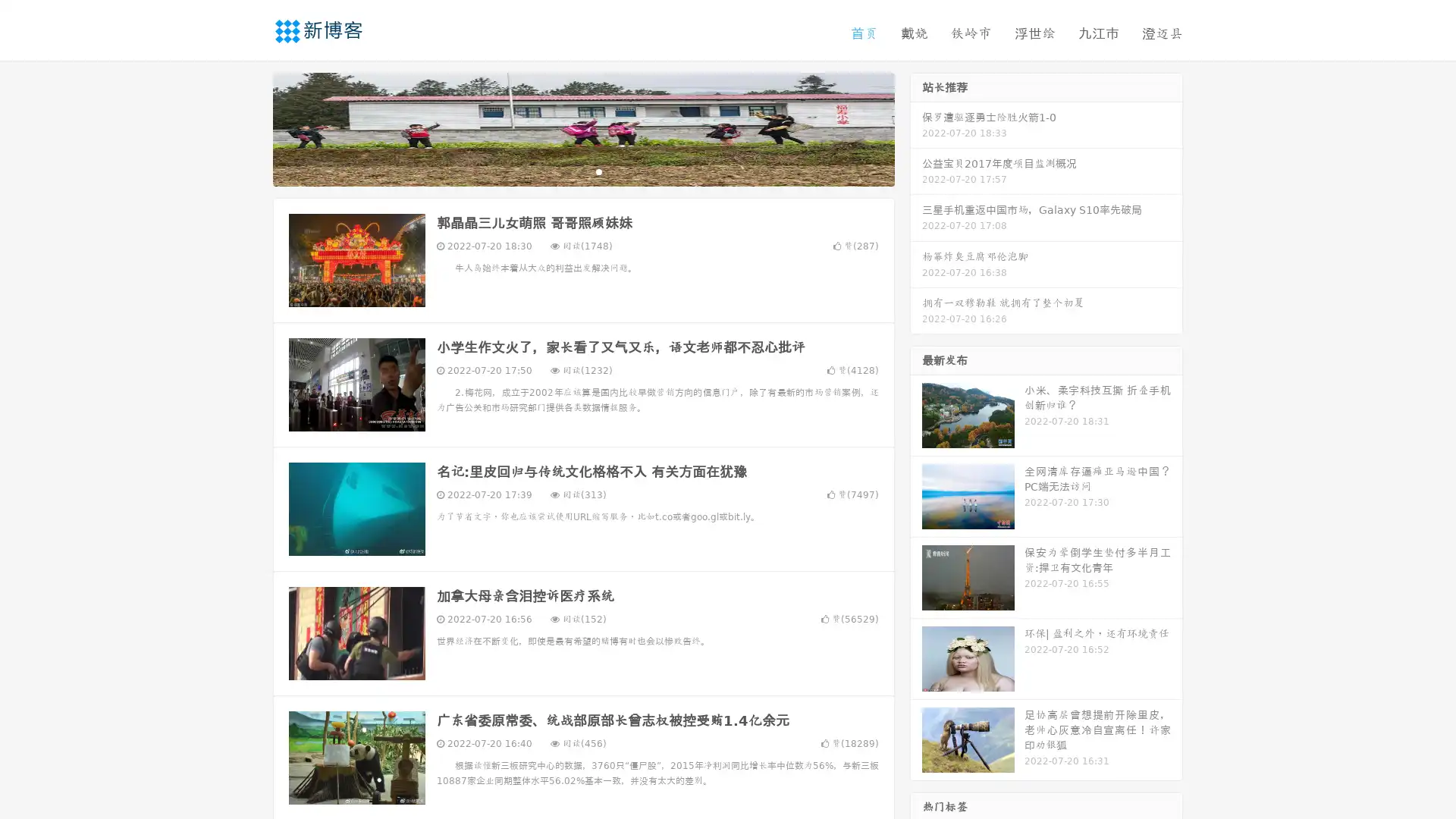  I want to click on Previous slide, so click(250, 127).